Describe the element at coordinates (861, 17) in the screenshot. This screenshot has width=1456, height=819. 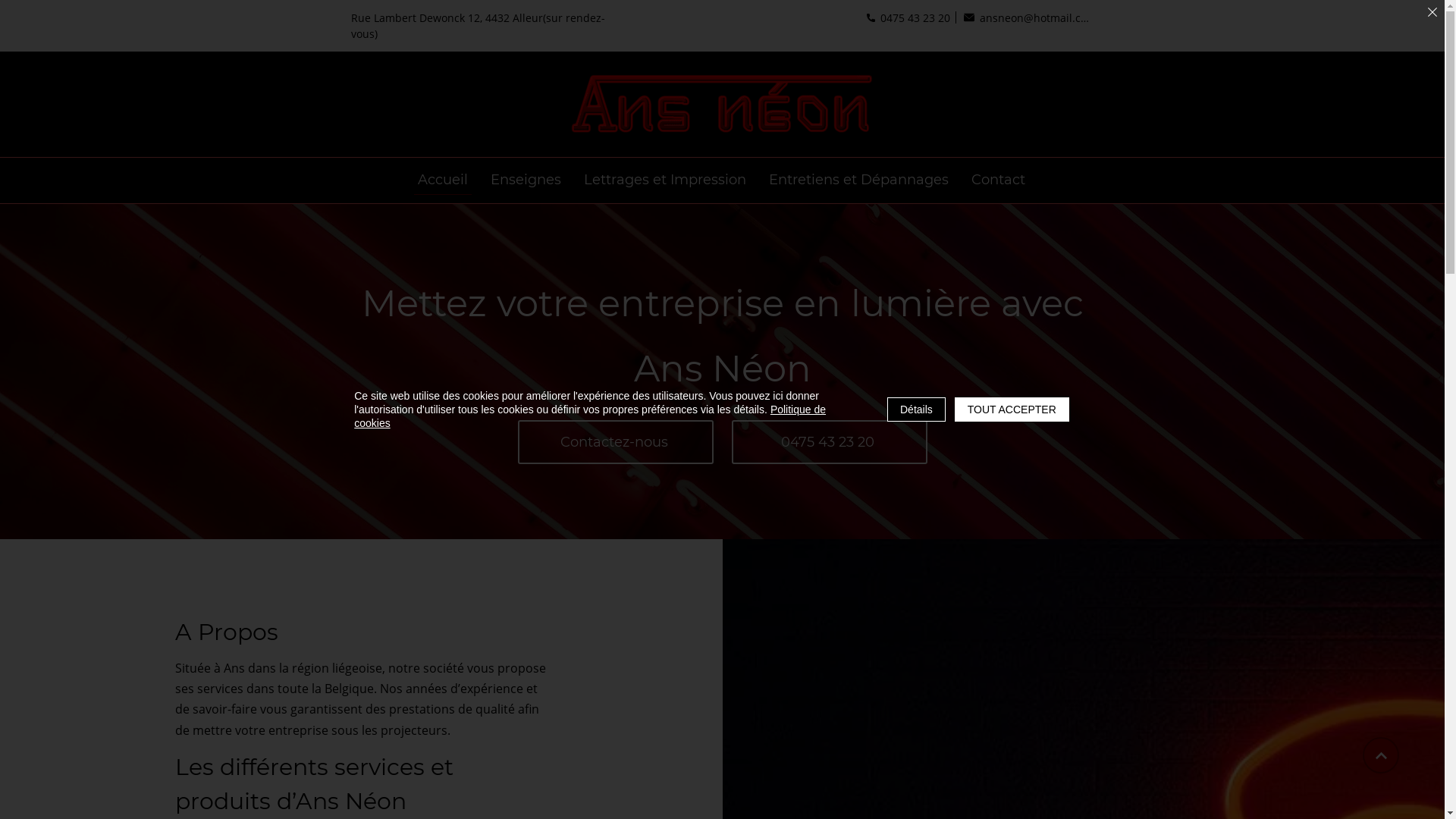
I see `'0475 43 23 20'` at that location.